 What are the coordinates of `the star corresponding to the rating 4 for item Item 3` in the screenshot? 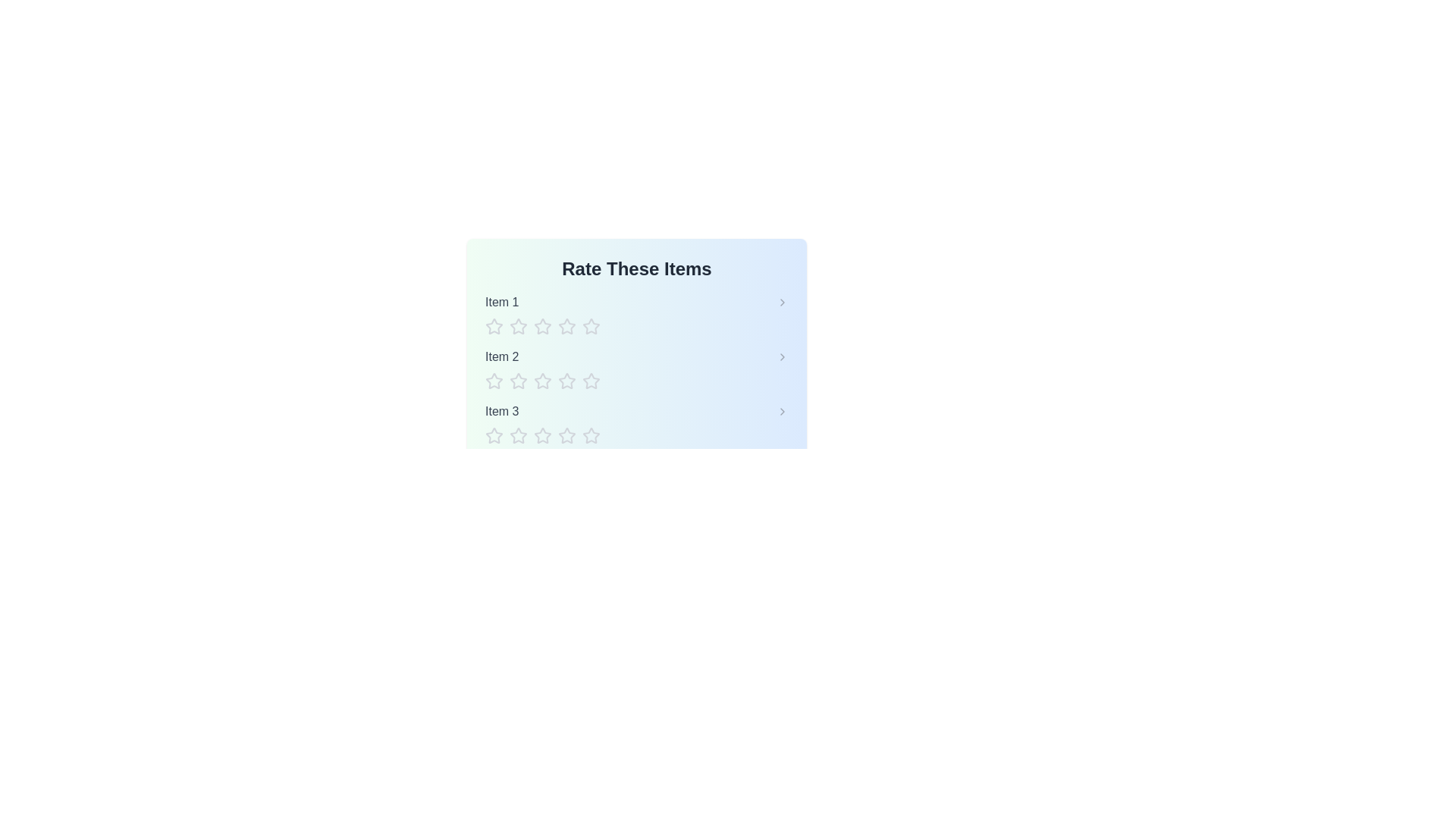 It's located at (566, 435).